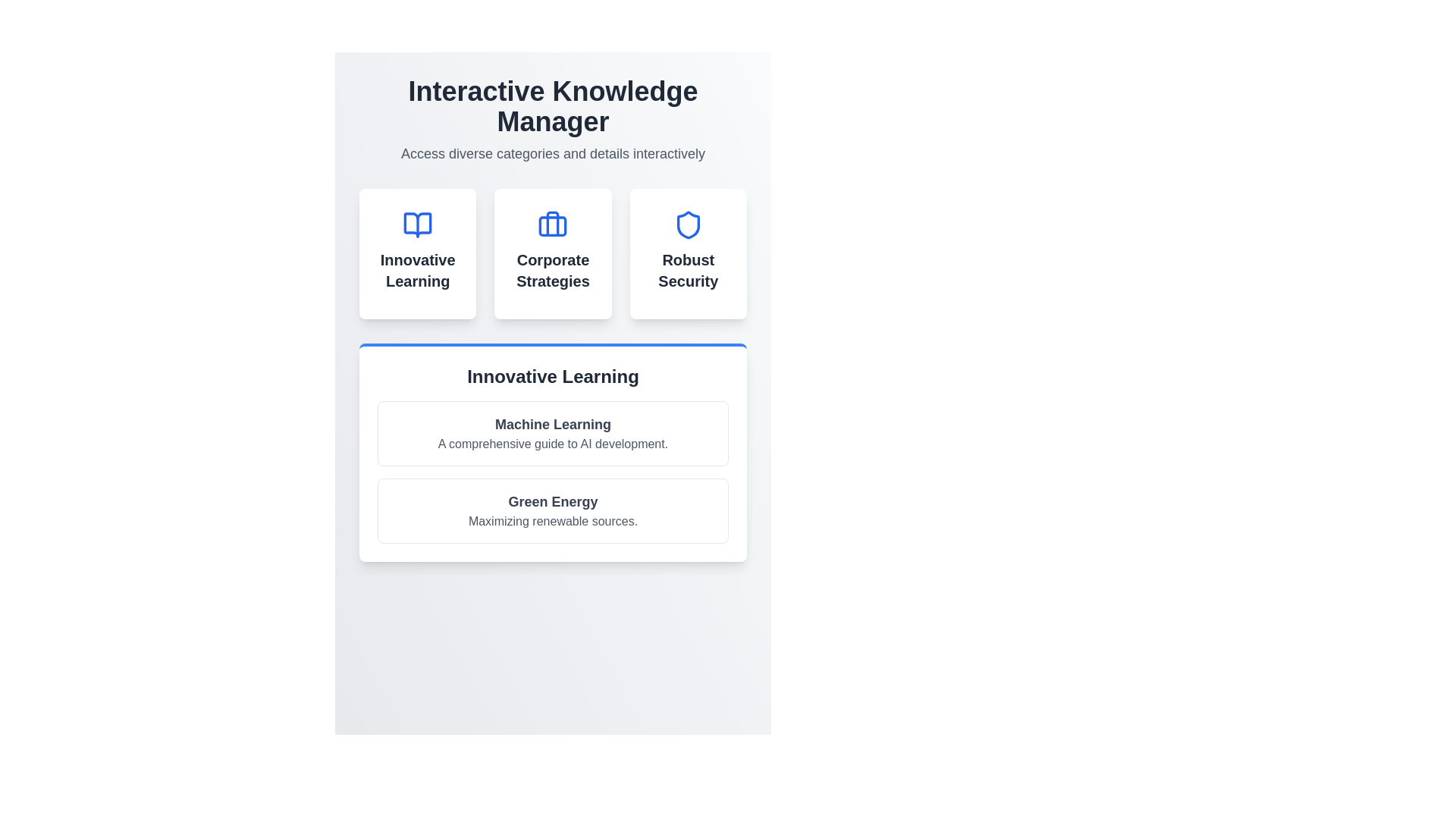 The height and width of the screenshot is (819, 1456). What do you see at coordinates (418, 270) in the screenshot?
I see `the header text element displaying 'Innovative Learning' which is styled prominently in dark gray and is center-aligned within a card in the first column of a three-element grid layout` at bounding box center [418, 270].